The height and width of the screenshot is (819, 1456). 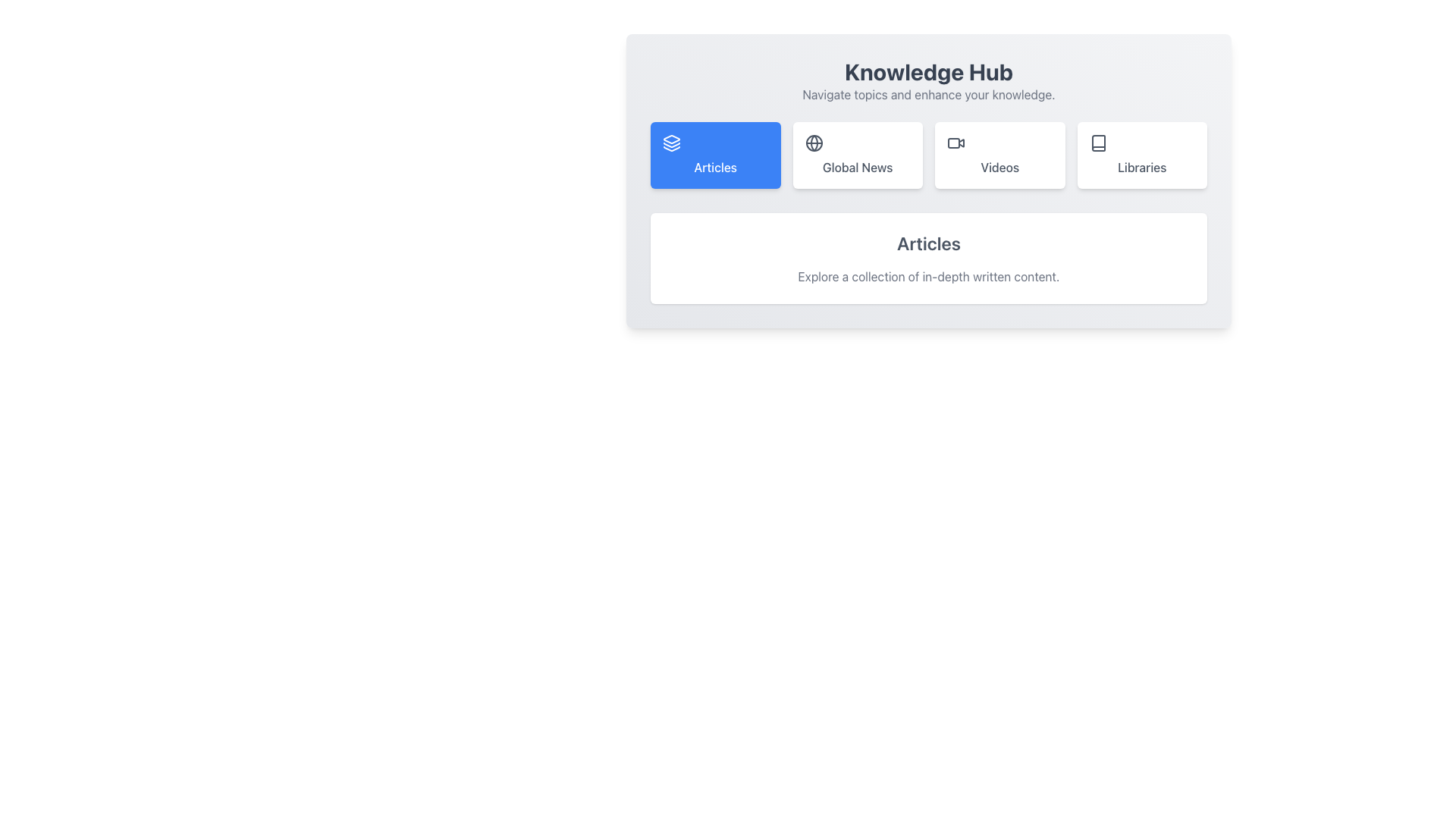 What do you see at coordinates (952, 143) in the screenshot?
I see `the group containing the rectangular element that represents the base of the video camera icon in the 'Videos' section, located in the third card from the left in the main navigation area` at bounding box center [952, 143].